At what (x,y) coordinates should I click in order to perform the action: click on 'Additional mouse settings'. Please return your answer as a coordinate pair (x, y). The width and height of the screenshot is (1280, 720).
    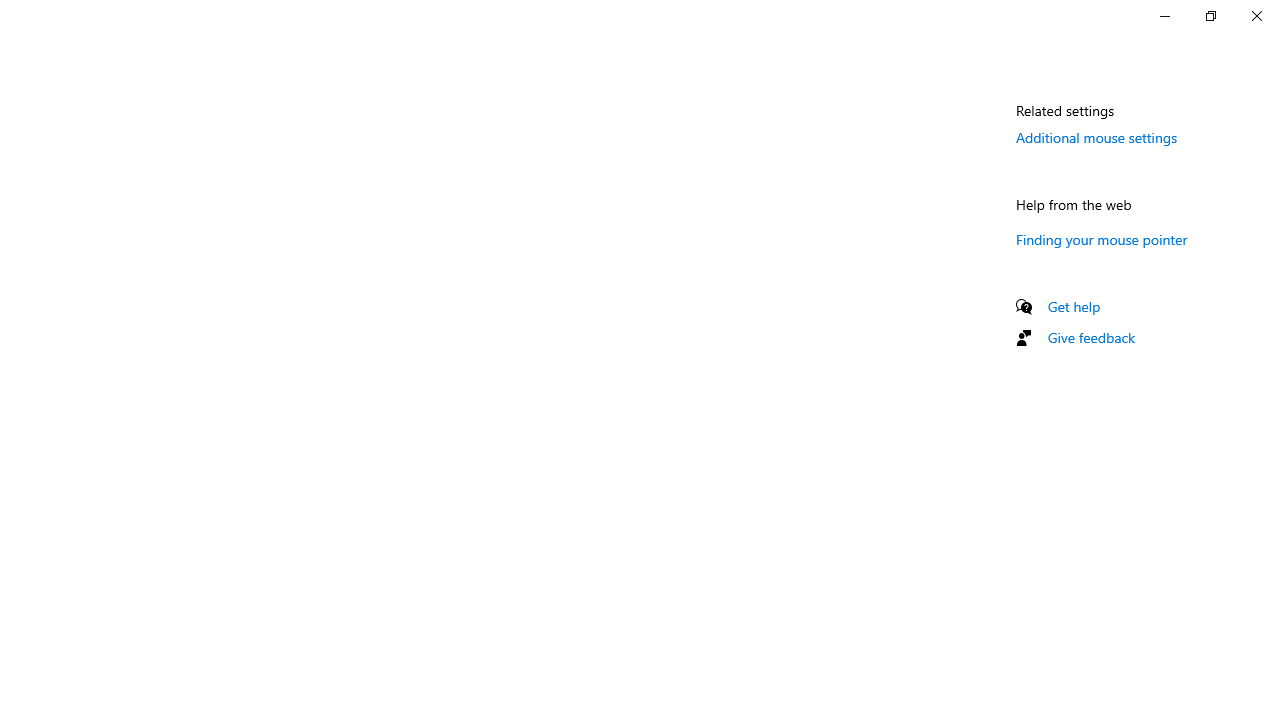
    Looking at the image, I should click on (1095, 136).